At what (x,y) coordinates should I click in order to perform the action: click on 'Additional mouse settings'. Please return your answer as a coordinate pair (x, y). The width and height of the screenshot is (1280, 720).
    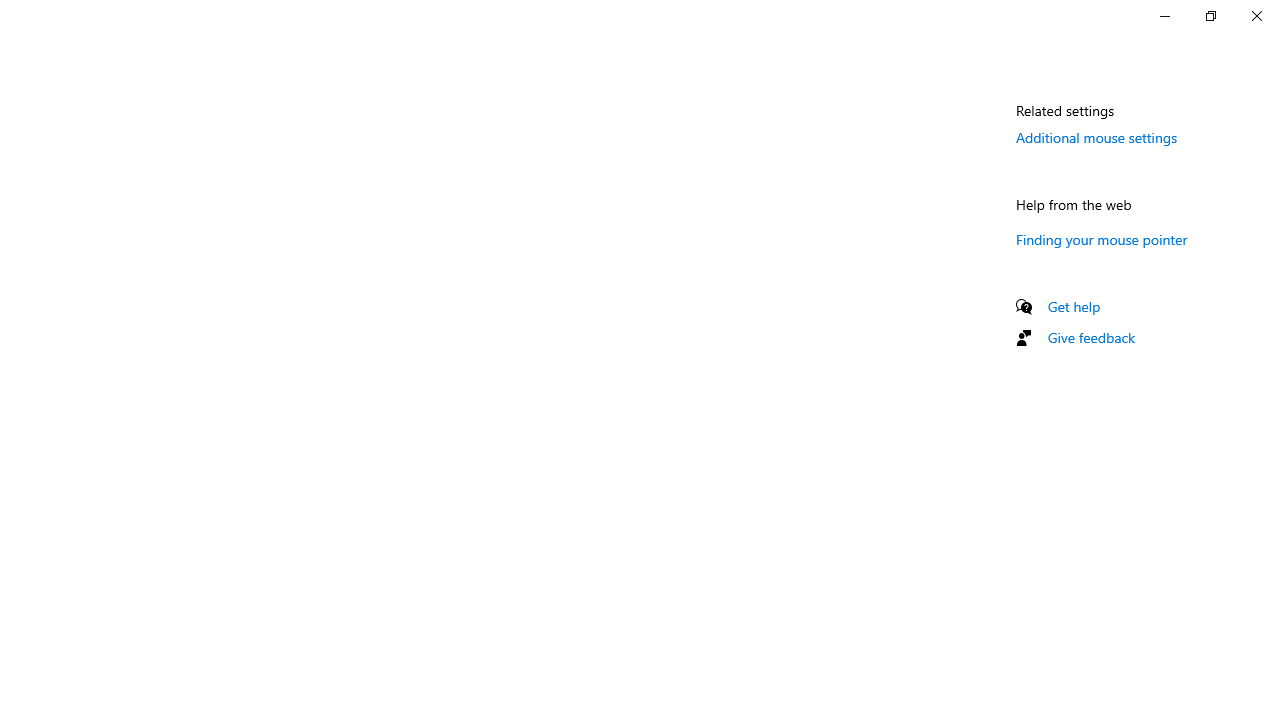
    Looking at the image, I should click on (1095, 136).